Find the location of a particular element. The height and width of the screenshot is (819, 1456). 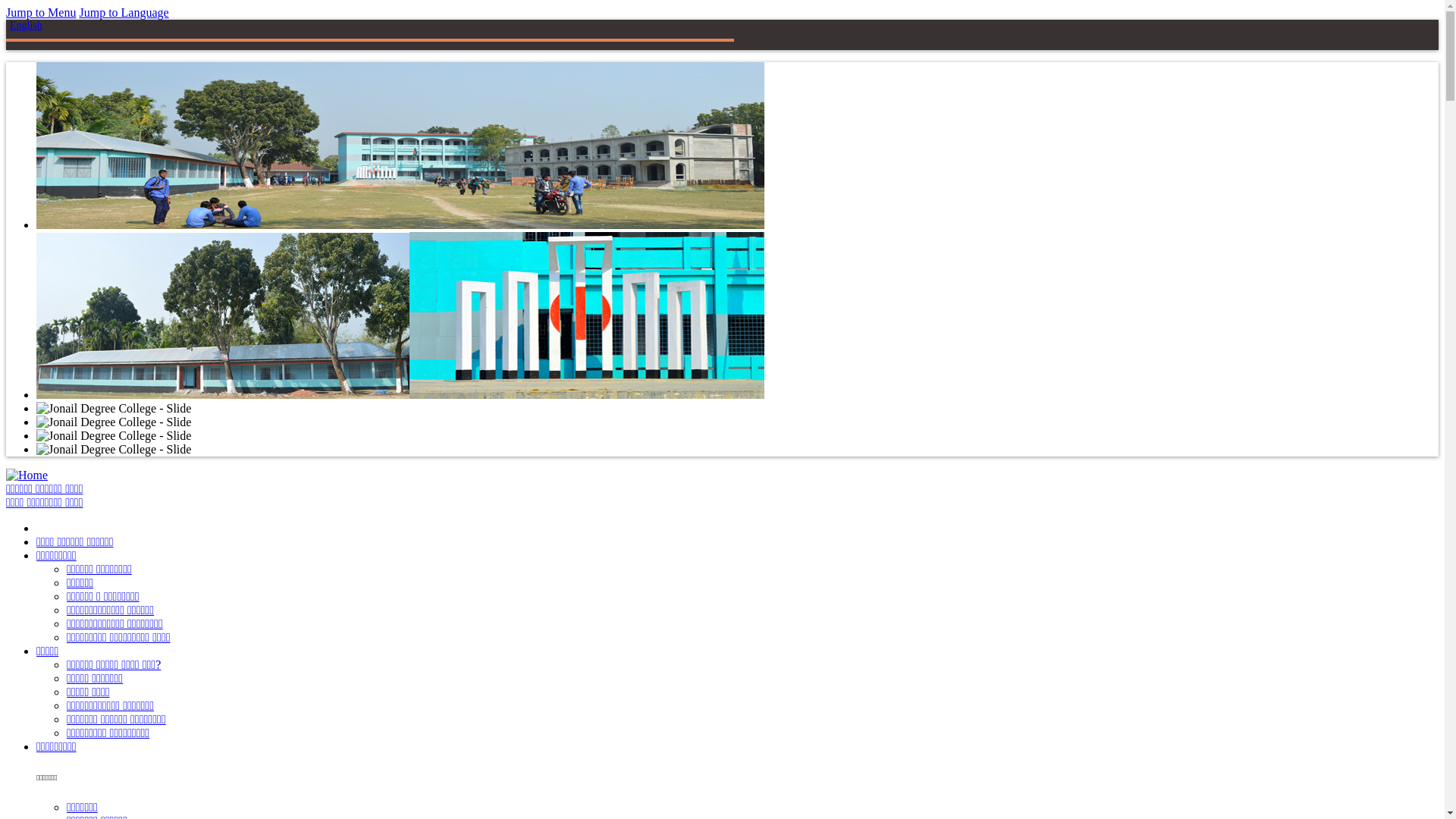

'Jump to Menu' is located at coordinates (40, 12).